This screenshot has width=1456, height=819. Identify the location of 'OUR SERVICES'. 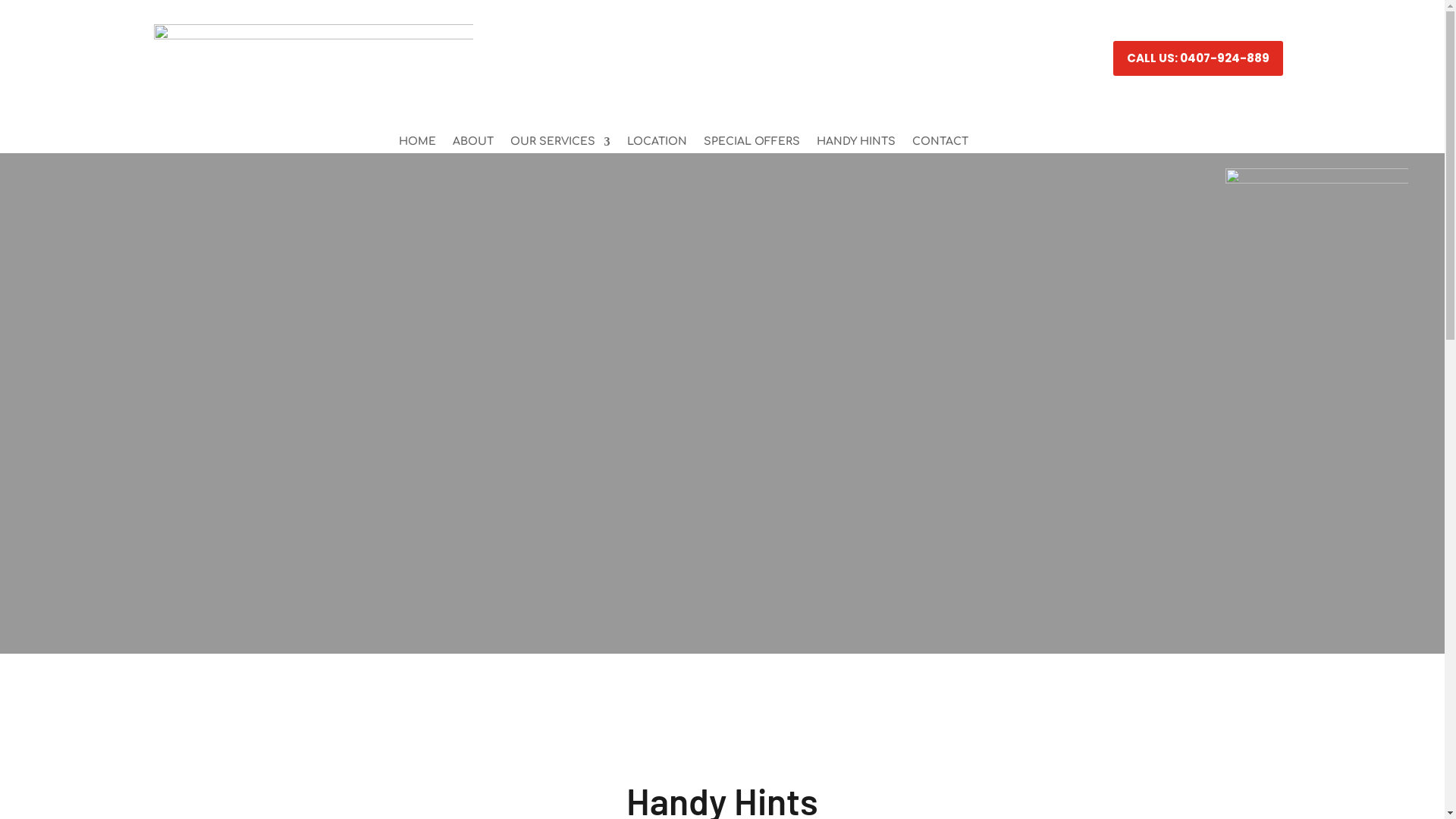
(559, 145).